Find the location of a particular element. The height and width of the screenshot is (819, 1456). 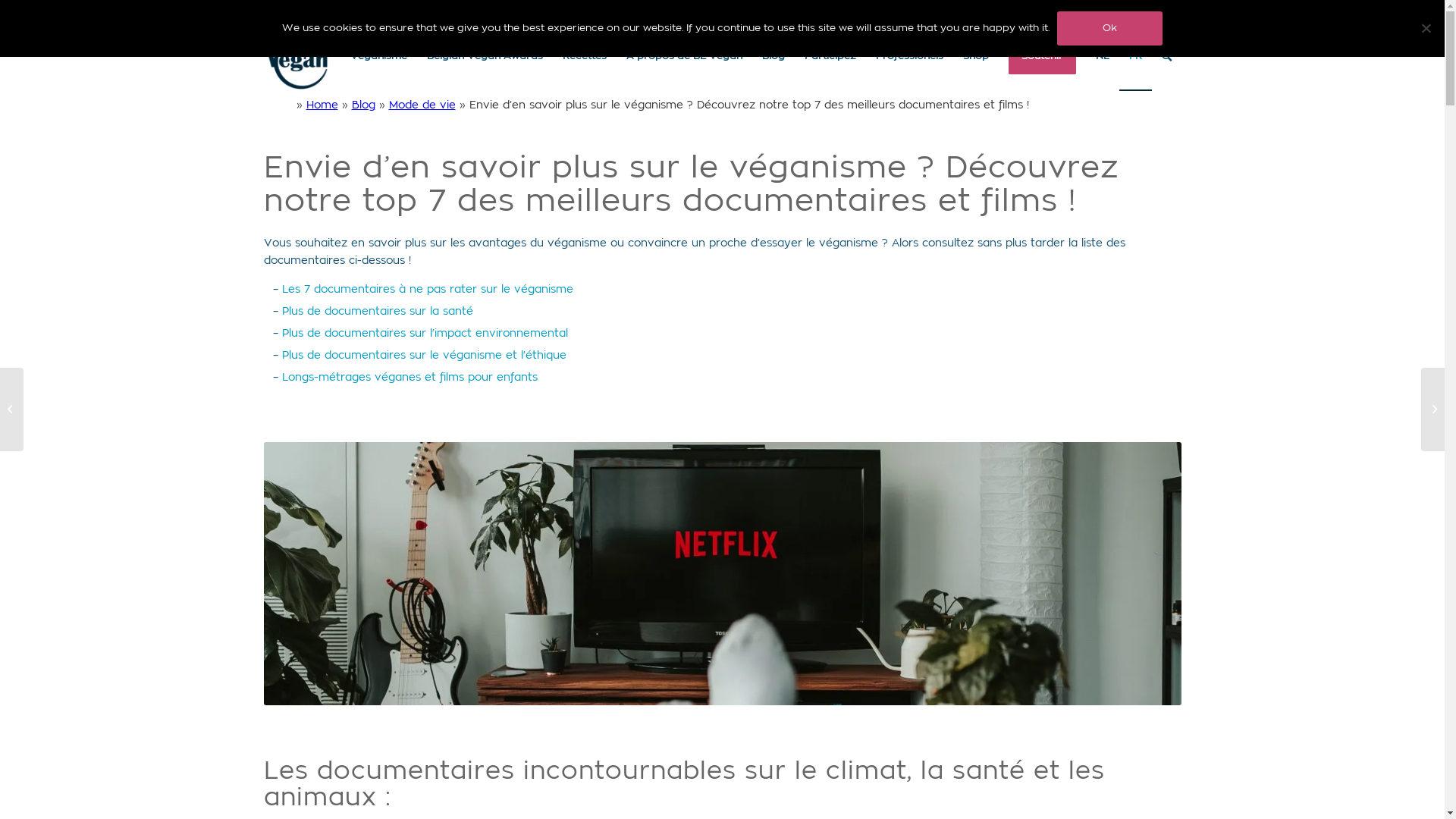

'Soutenir' is located at coordinates (997, 55).